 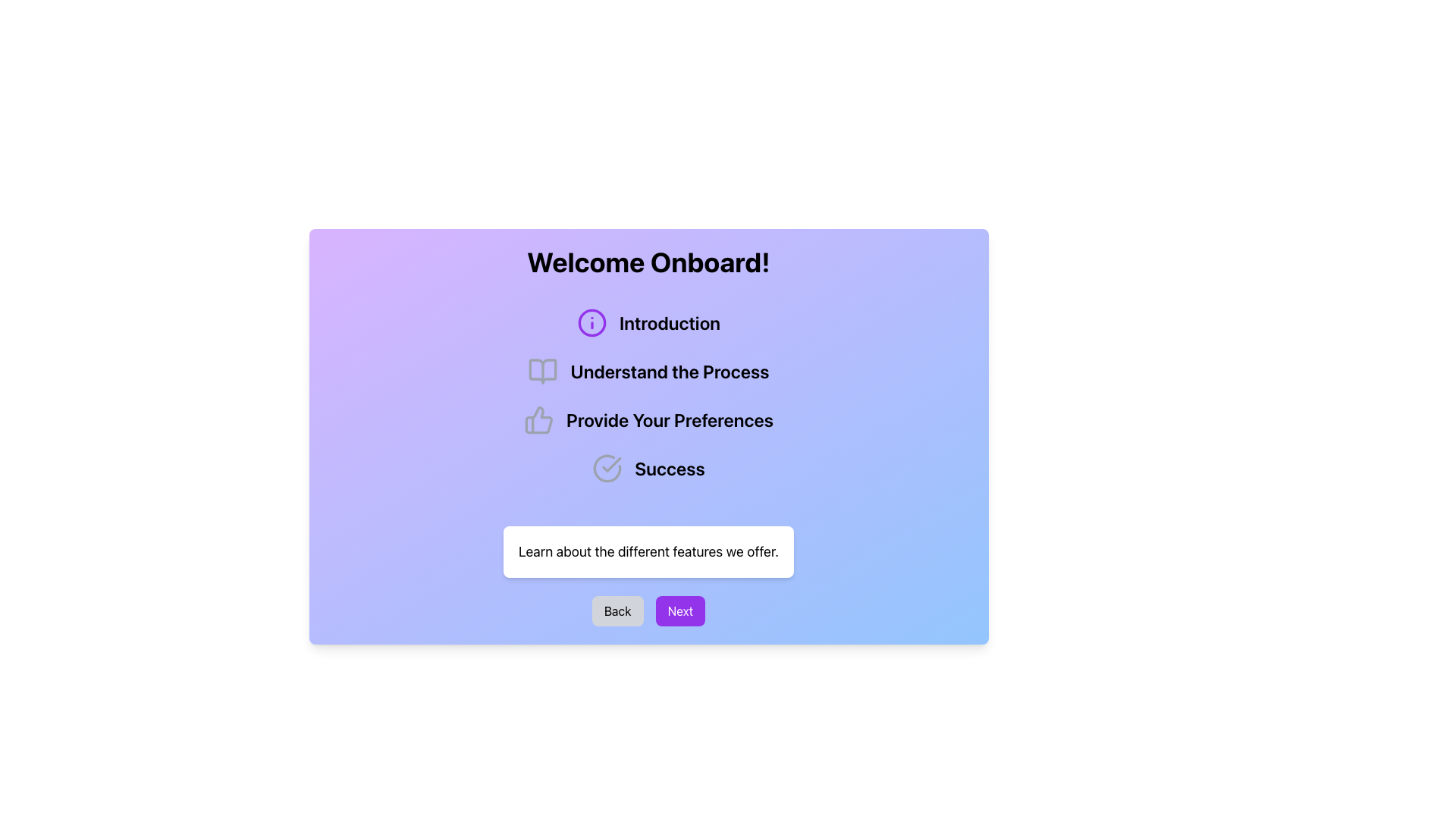 What do you see at coordinates (648, 371) in the screenshot?
I see `the 'Understand the Process' labeled section` at bounding box center [648, 371].